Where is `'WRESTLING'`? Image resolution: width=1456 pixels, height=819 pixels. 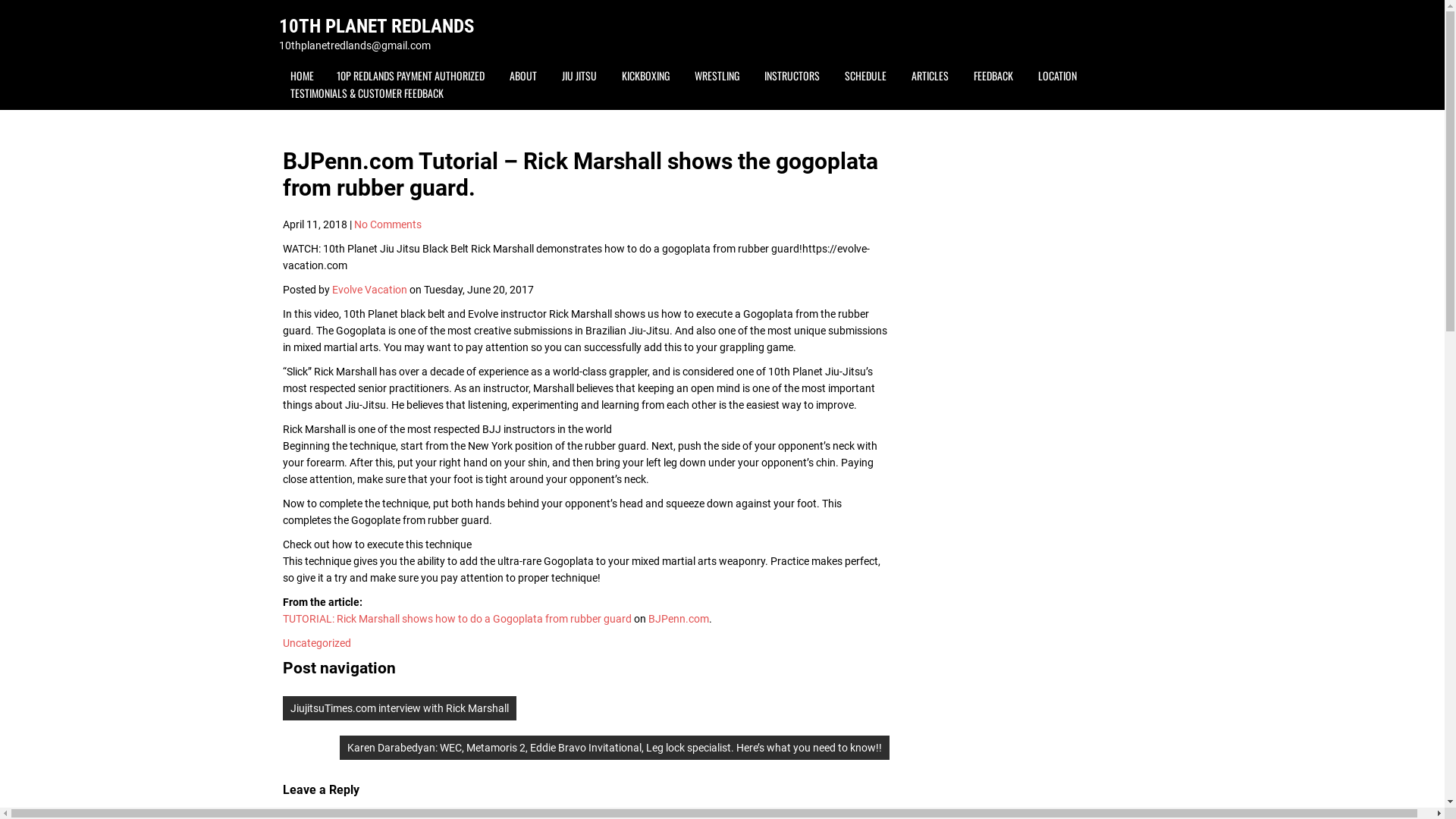 'WRESTLING' is located at coordinates (715, 75).